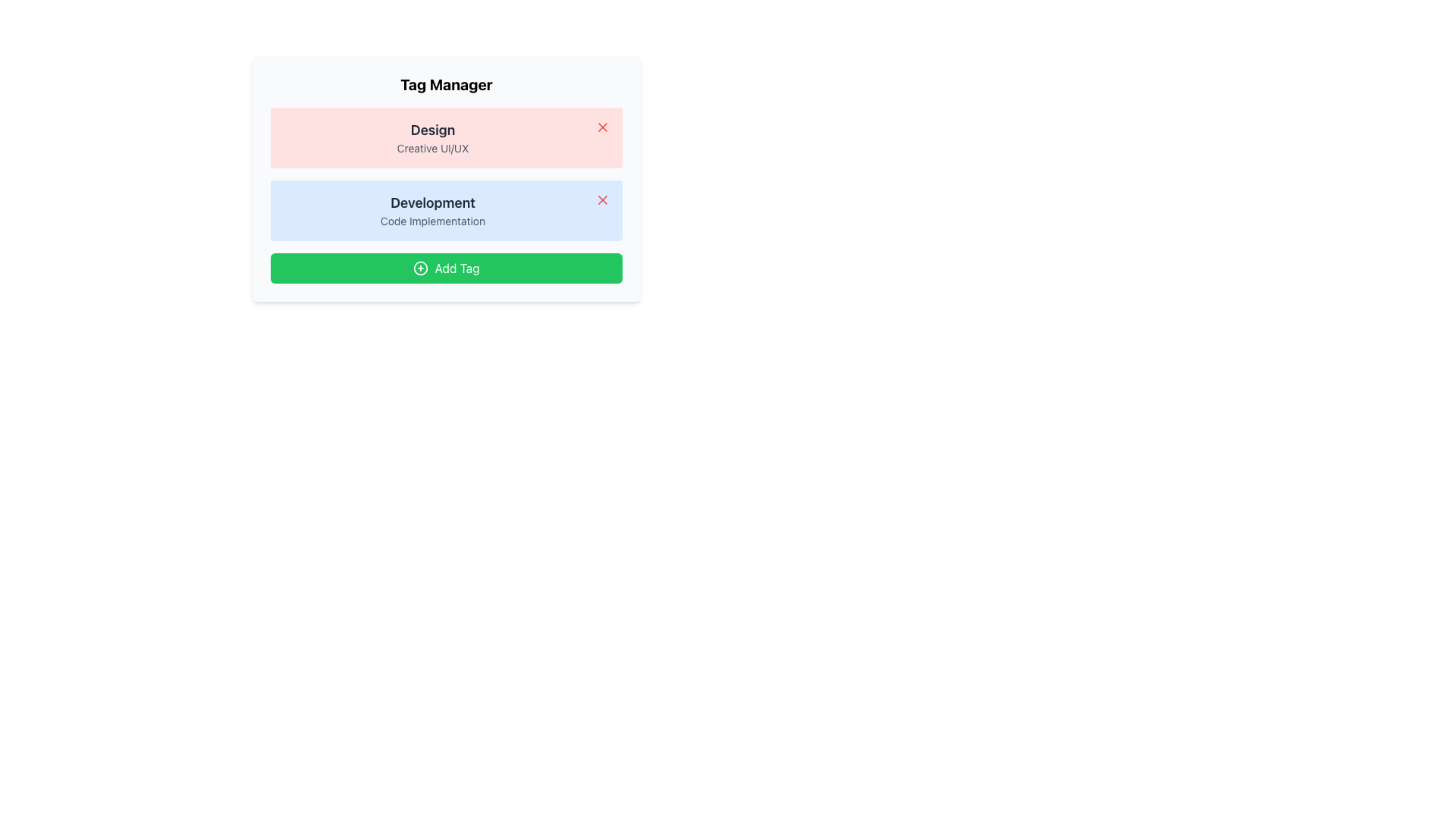  I want to click on the 'X' icon associated with the 'Development' tag, so click(602, 199).